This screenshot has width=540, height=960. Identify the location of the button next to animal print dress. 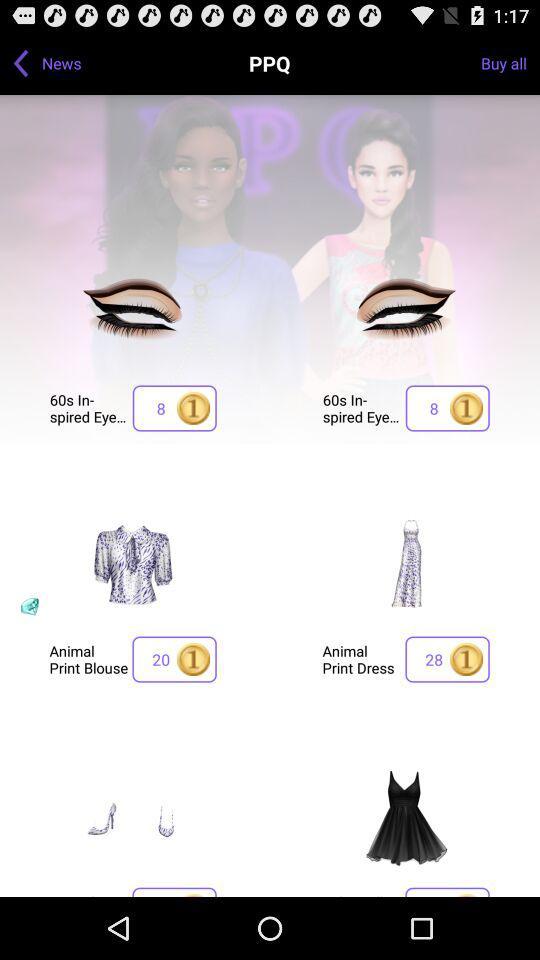
(447, 658).